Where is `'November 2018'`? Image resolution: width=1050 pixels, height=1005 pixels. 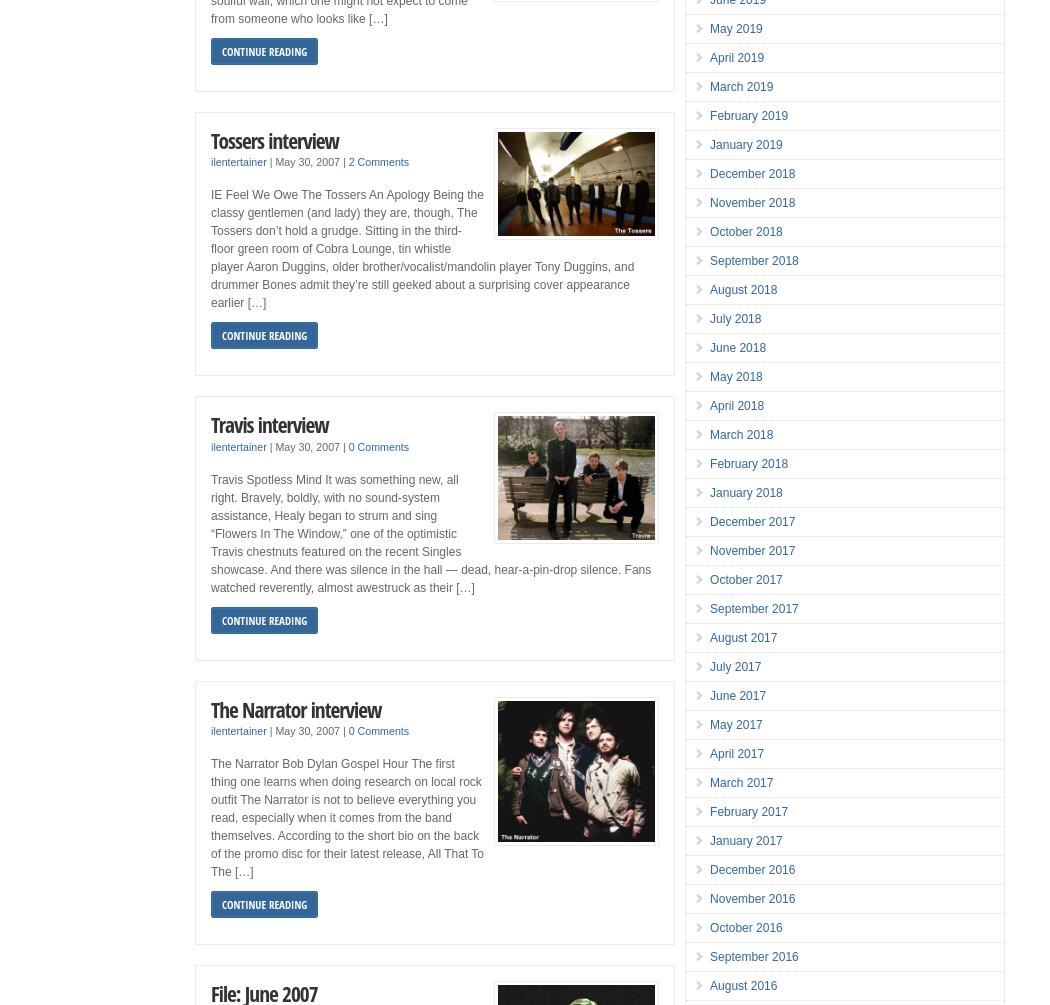
'November 2018' is located at coordinates (752, 202).